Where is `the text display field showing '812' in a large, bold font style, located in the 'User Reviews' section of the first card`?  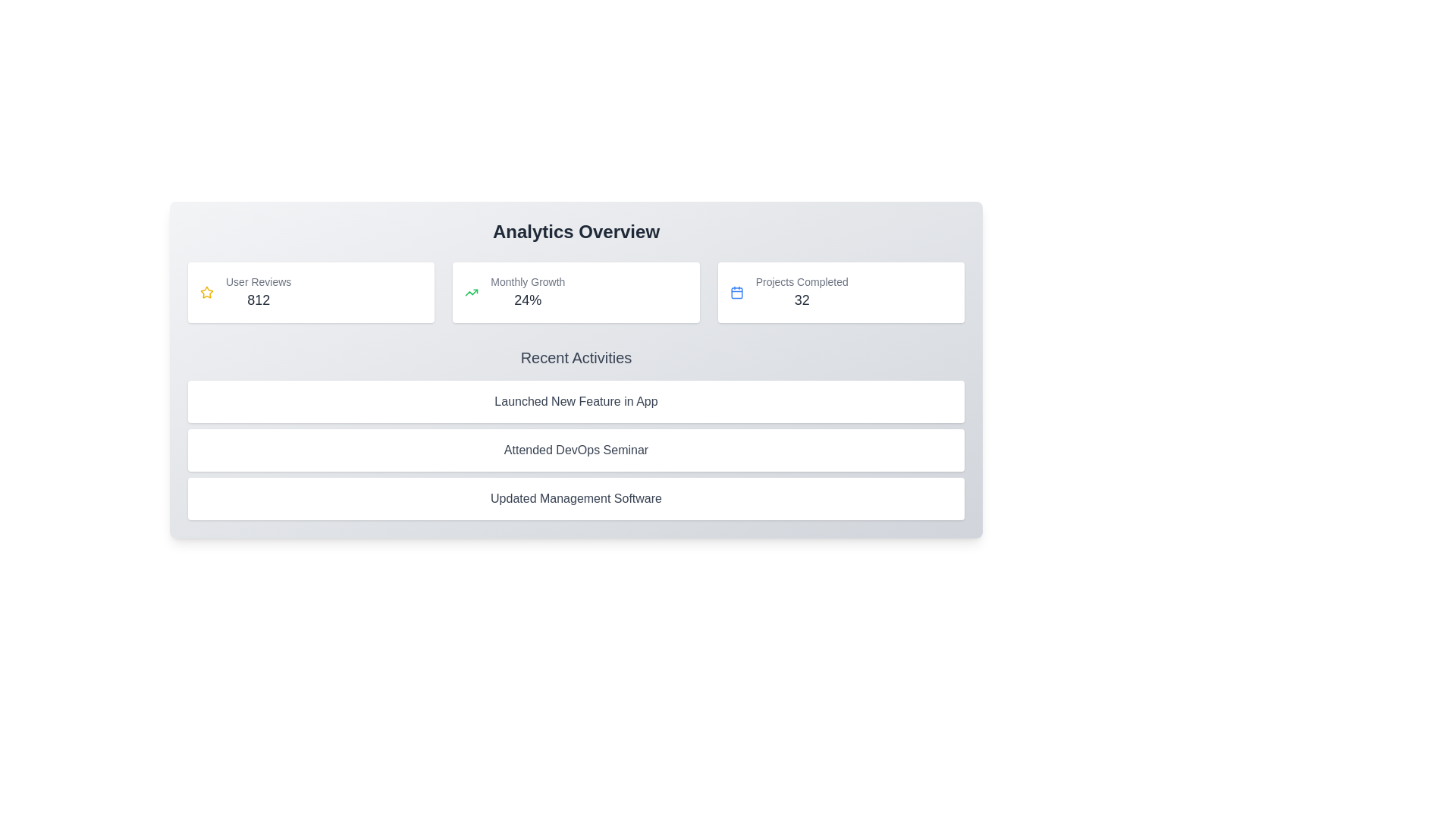 the text display field showing '812' in a large, bold font style, located in the 'User Reviews' section of the first card is located at coordinates (259, 300).